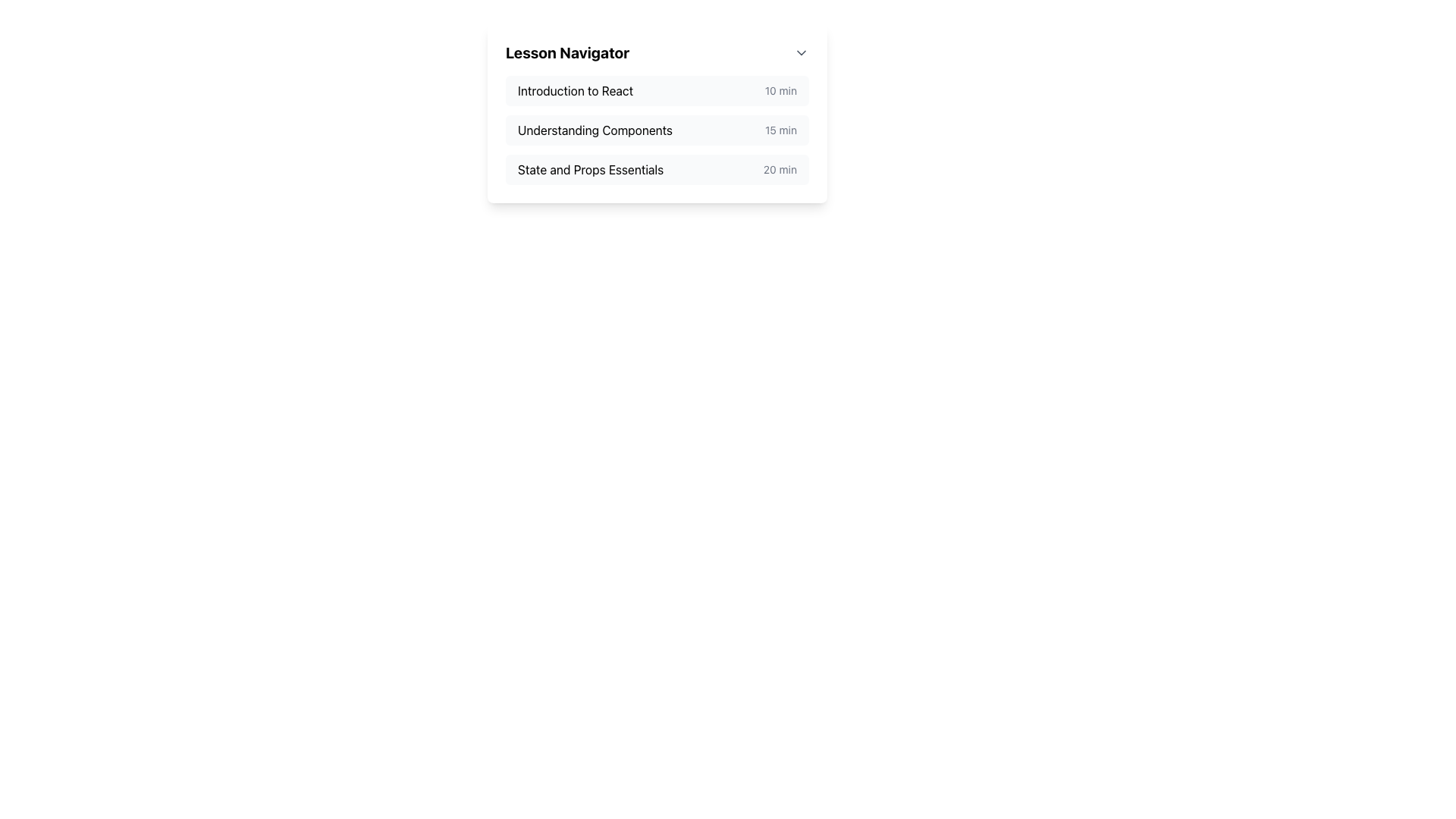 The image size is (1456, 819). Describe the element at coordinates (800, 52) in the screenshot. I see `the Dropdown toggle button associated with the 'Lesson Navigator' section to change the icon's color` at that location.